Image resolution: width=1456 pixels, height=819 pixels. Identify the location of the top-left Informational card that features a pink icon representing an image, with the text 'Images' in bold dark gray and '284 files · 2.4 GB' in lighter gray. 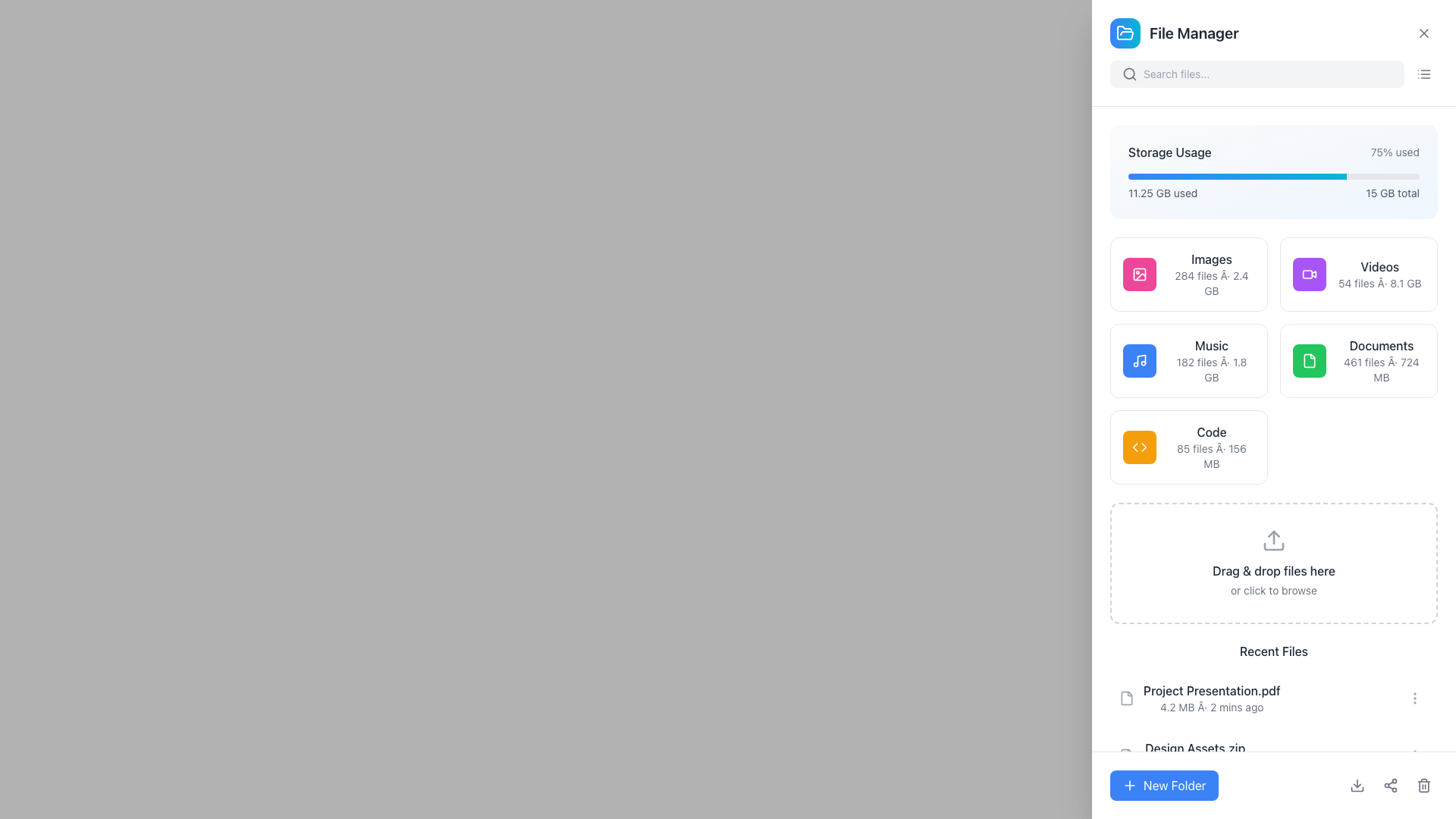
(1188, 275).